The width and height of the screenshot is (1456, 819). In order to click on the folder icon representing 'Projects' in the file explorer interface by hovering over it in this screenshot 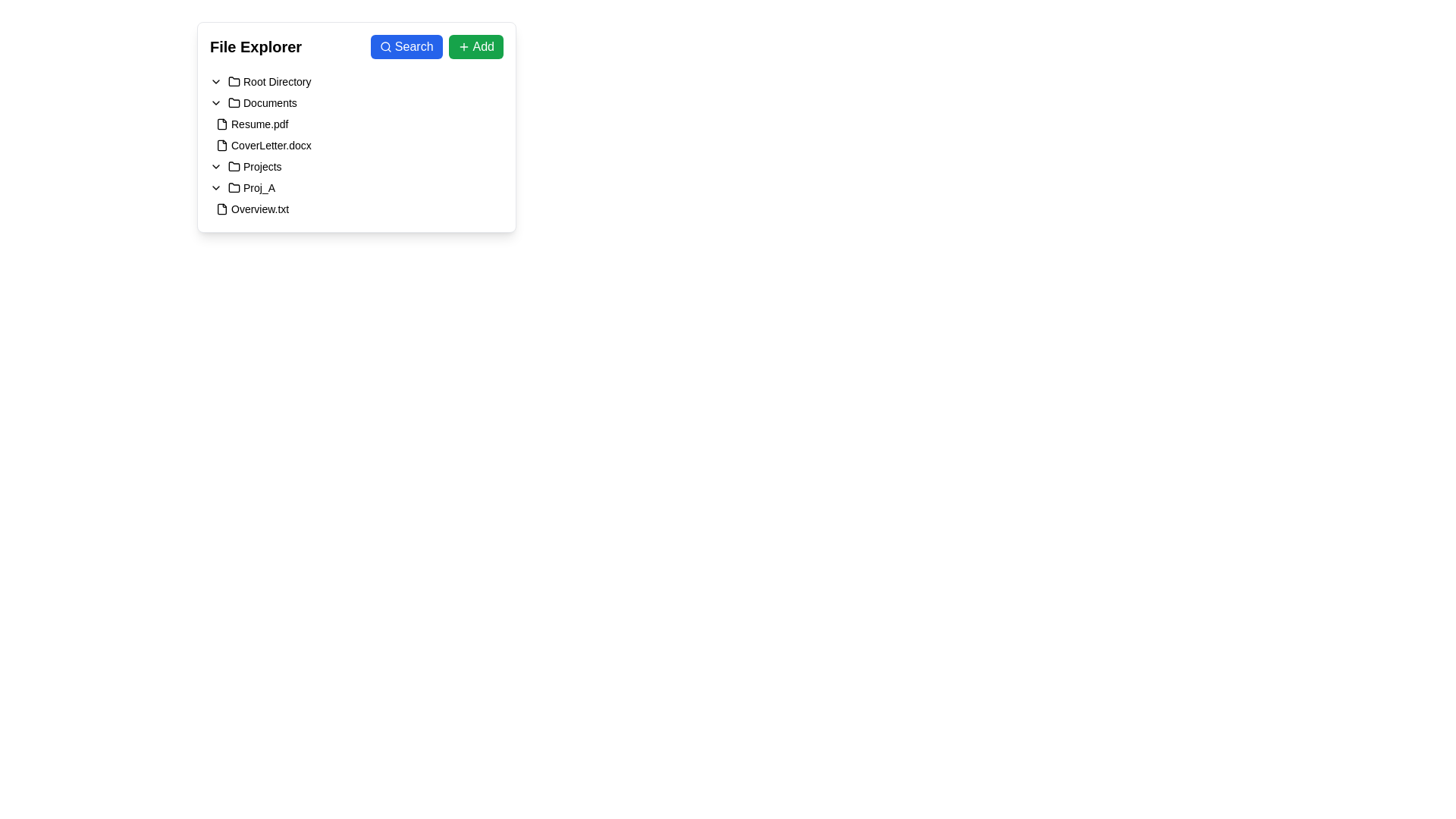, I will do `click(233, 166)`.